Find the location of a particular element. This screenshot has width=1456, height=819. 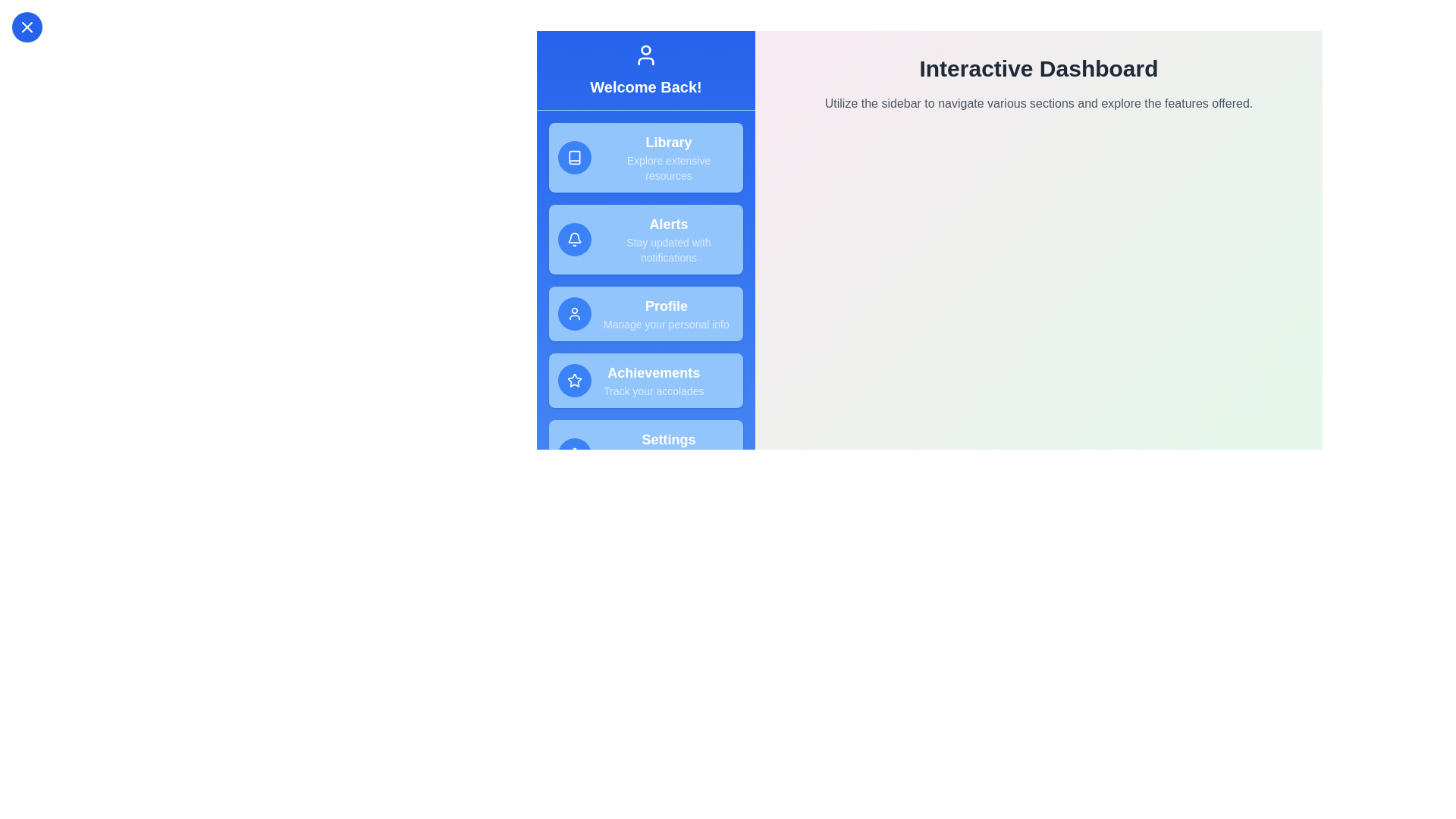

toggle button in the top-left corner to toggle the visibility of the drawer is located at coordinates (27, 27).